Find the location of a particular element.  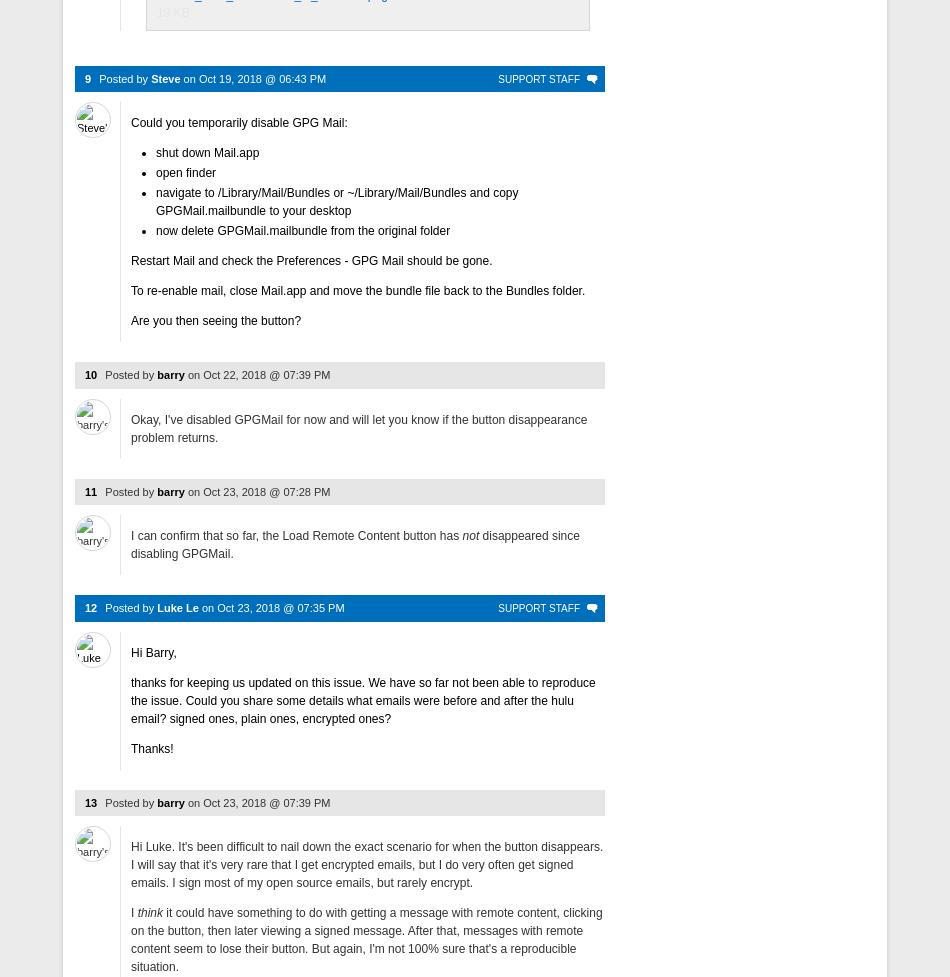

'9' is located at coordinates (85, 77).